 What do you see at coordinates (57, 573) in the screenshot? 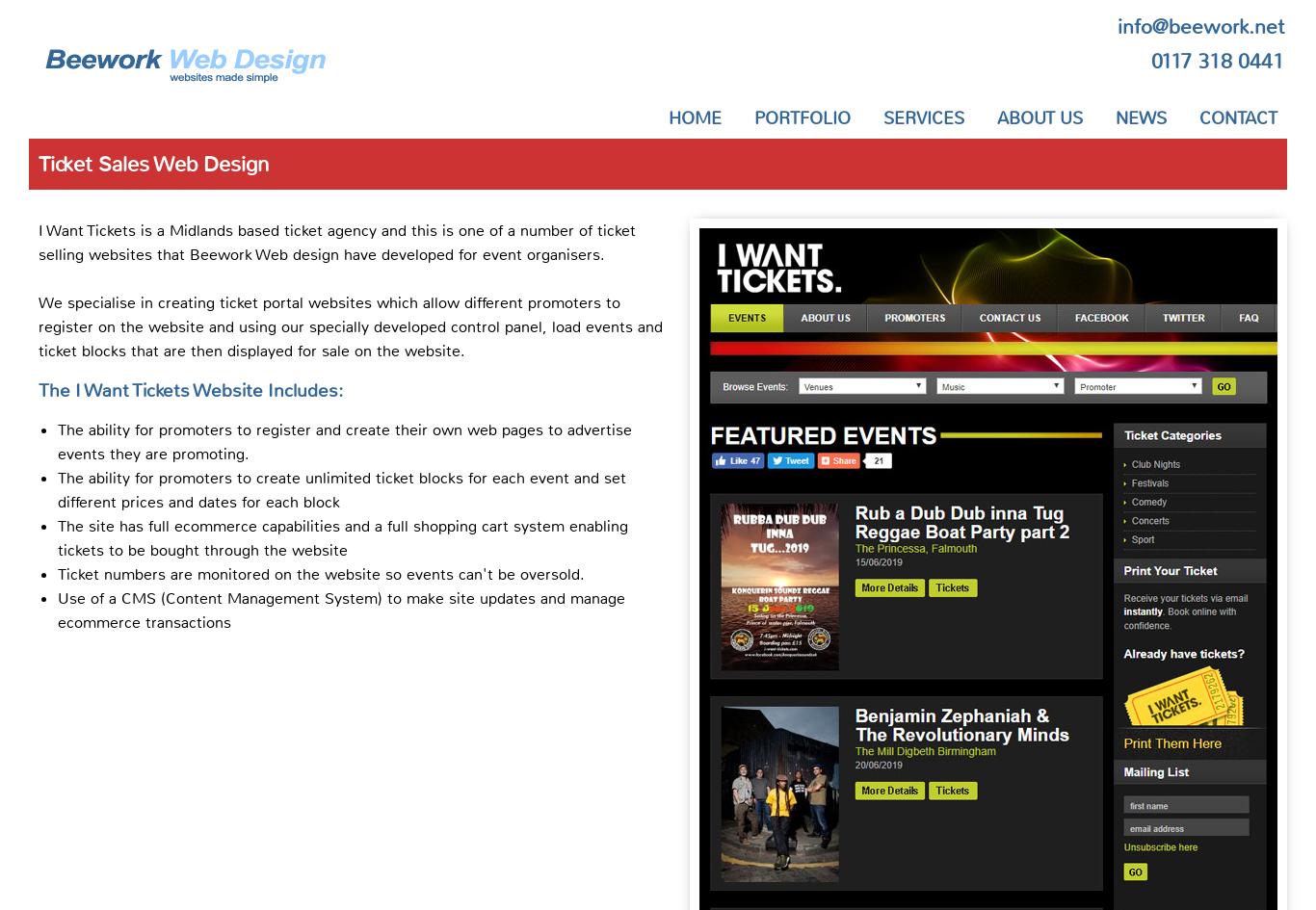
I see `'Ticket numbers are monitored on the website so events can't be oversold.'` at bounding box center [57, 573].